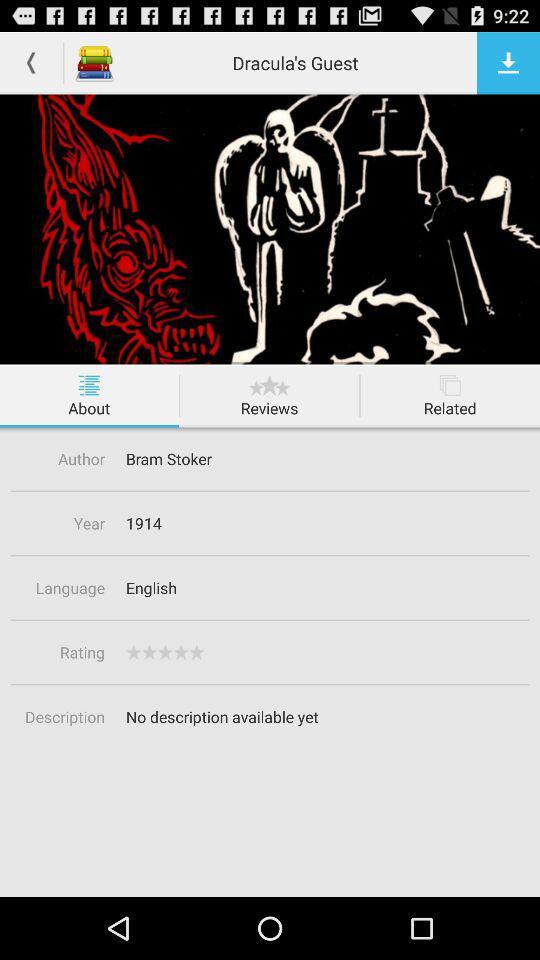 The image size is (540, 960). What do you see at coordinates (508, 62) in the screenshot?
I see `download icon` at bounding box center [508, 62].